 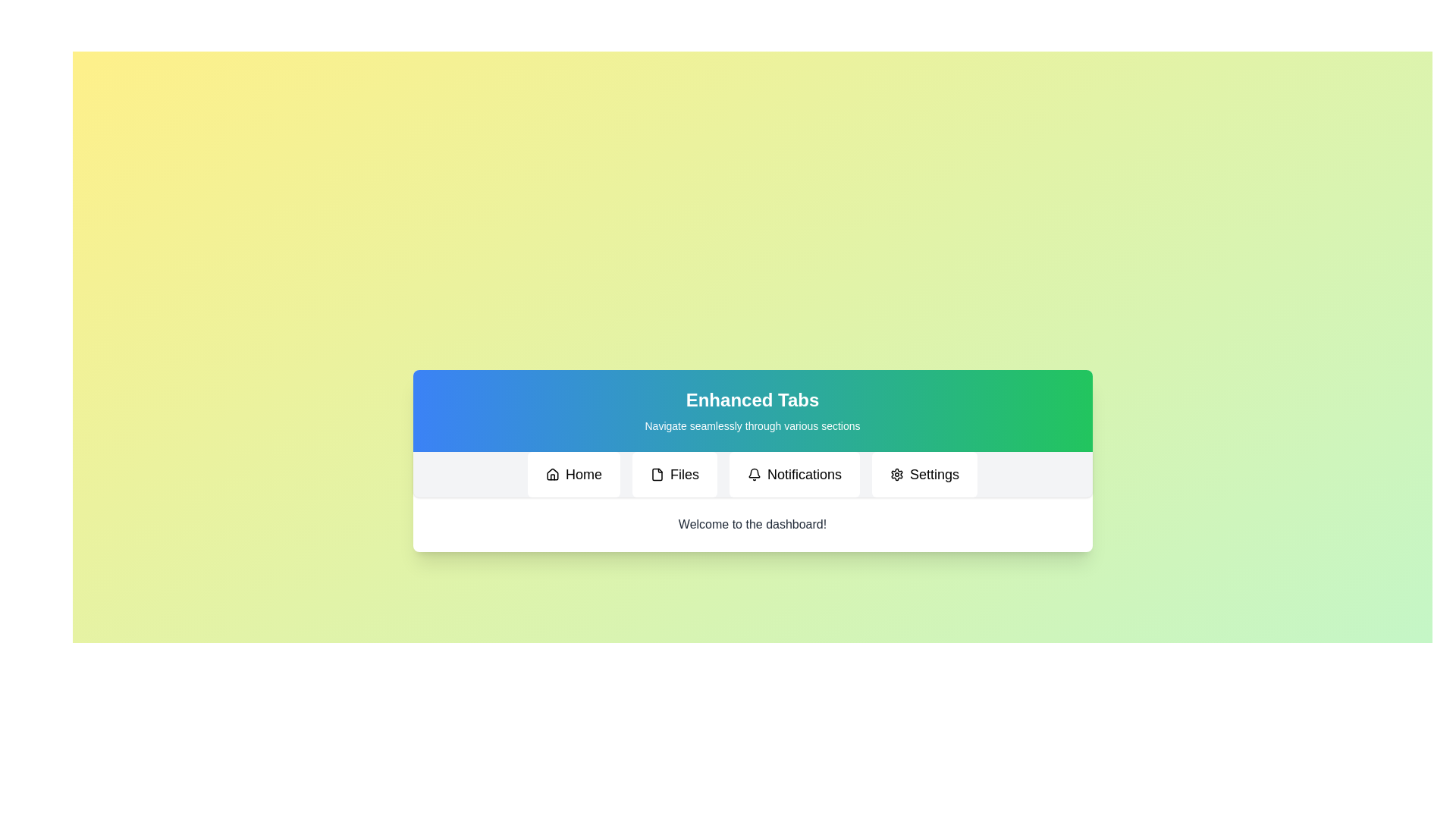 I want to click on the 'Settings' tab navigation item, which features a gear icon and is the fourth tab in the navigation bar, so click(x=924, y=473).